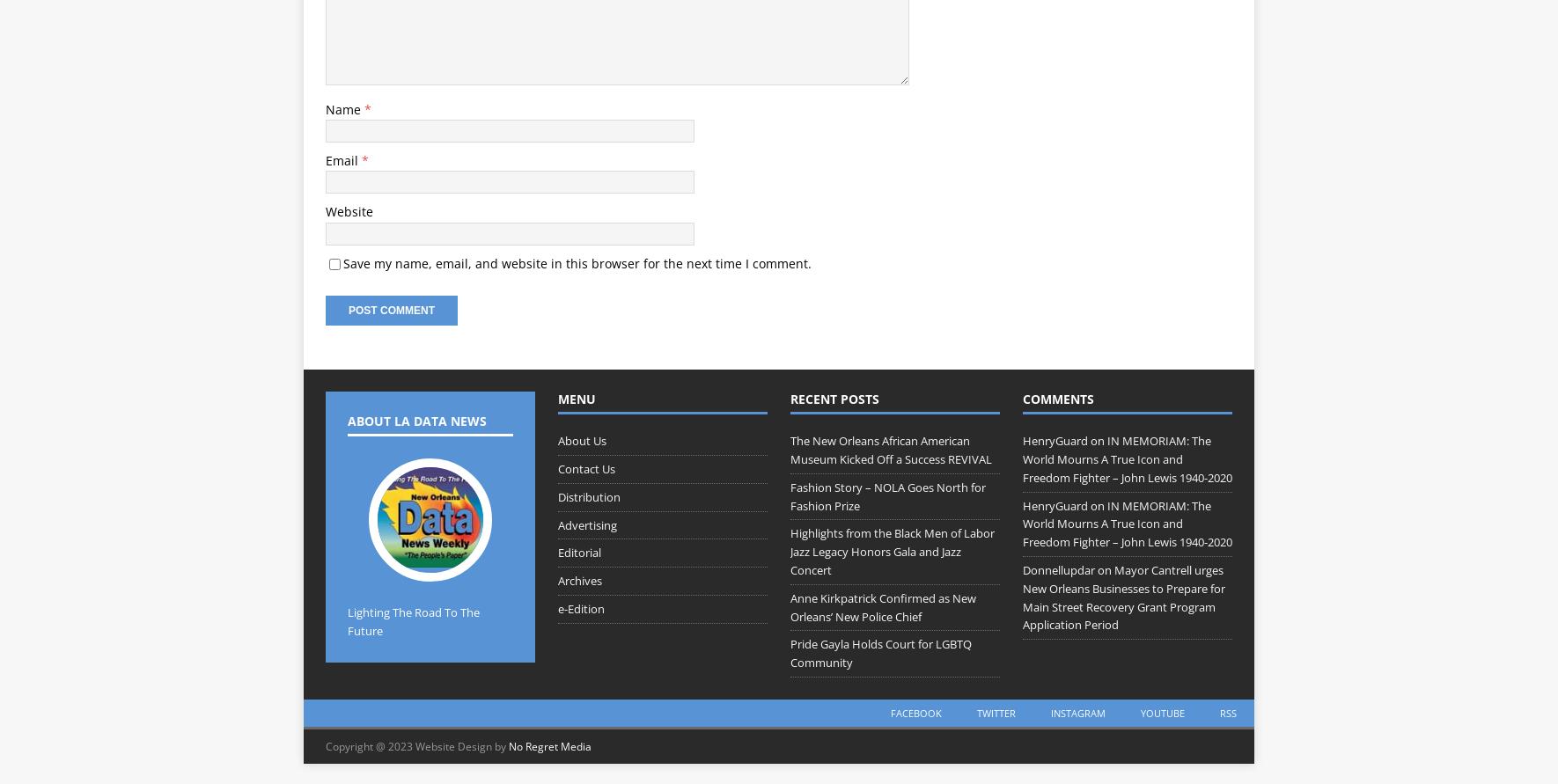 This screenshot has width=1558, height=784. Describe the element at coordinates (879, 653) in the screenshot. I see `'Pride Gayla Holds Court for LGBTQ Community'` at that location.